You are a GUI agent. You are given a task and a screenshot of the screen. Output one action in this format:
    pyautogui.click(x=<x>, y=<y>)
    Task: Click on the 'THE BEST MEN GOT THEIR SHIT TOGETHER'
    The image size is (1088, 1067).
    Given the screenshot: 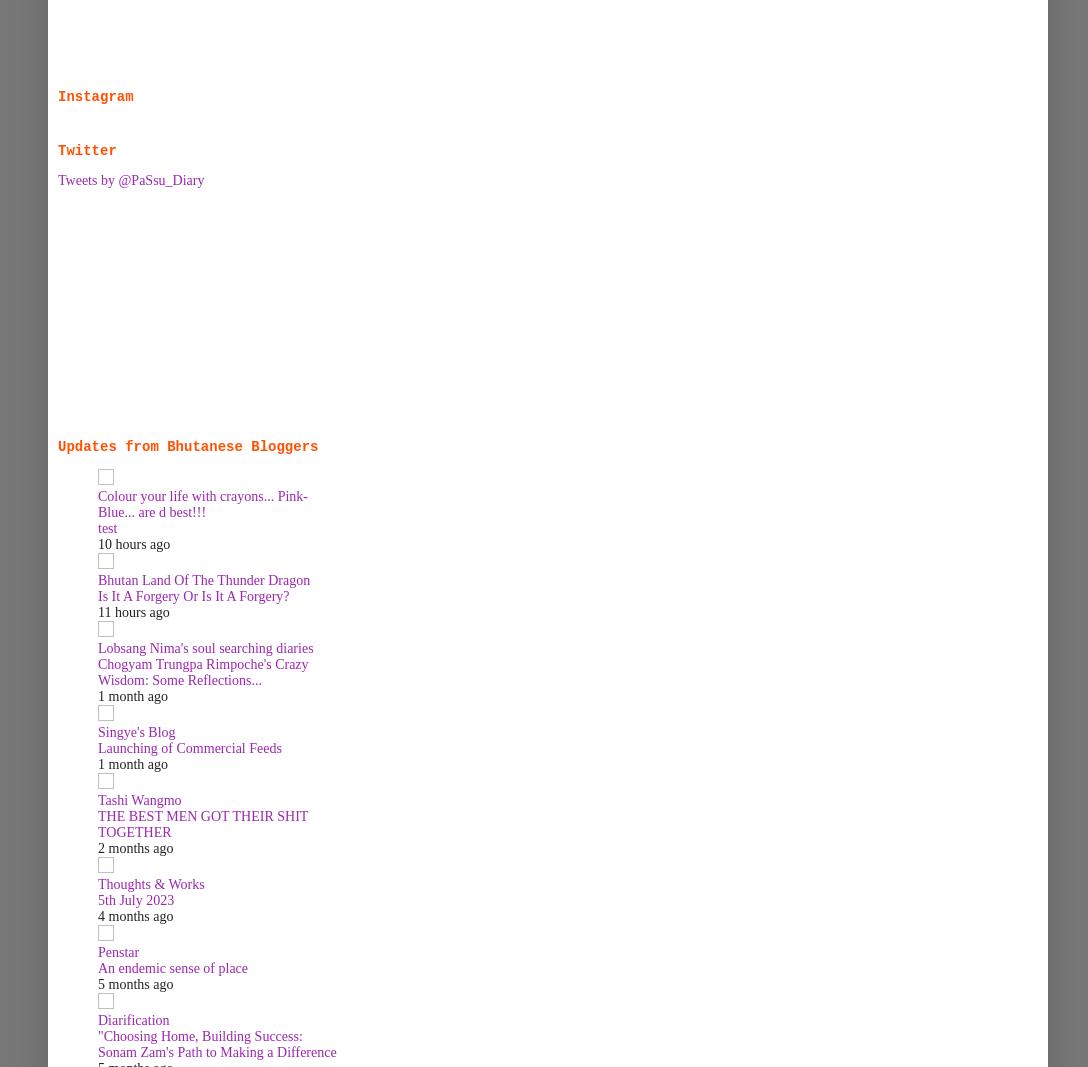 What is the action you would take?
    pyautogui.click(x=202, y=823)
    